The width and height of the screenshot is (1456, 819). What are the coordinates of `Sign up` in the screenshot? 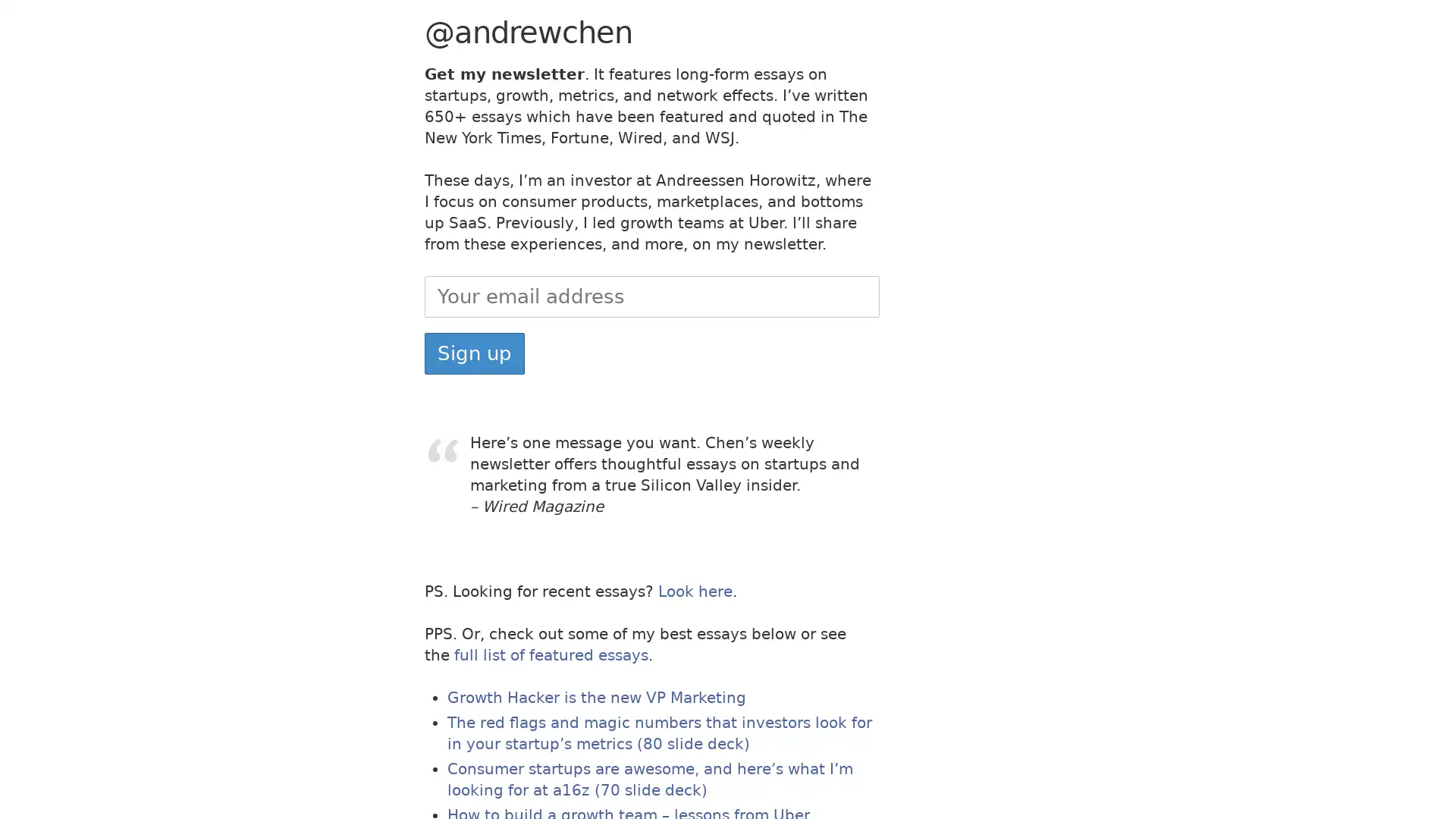 It's located at (473, 353).